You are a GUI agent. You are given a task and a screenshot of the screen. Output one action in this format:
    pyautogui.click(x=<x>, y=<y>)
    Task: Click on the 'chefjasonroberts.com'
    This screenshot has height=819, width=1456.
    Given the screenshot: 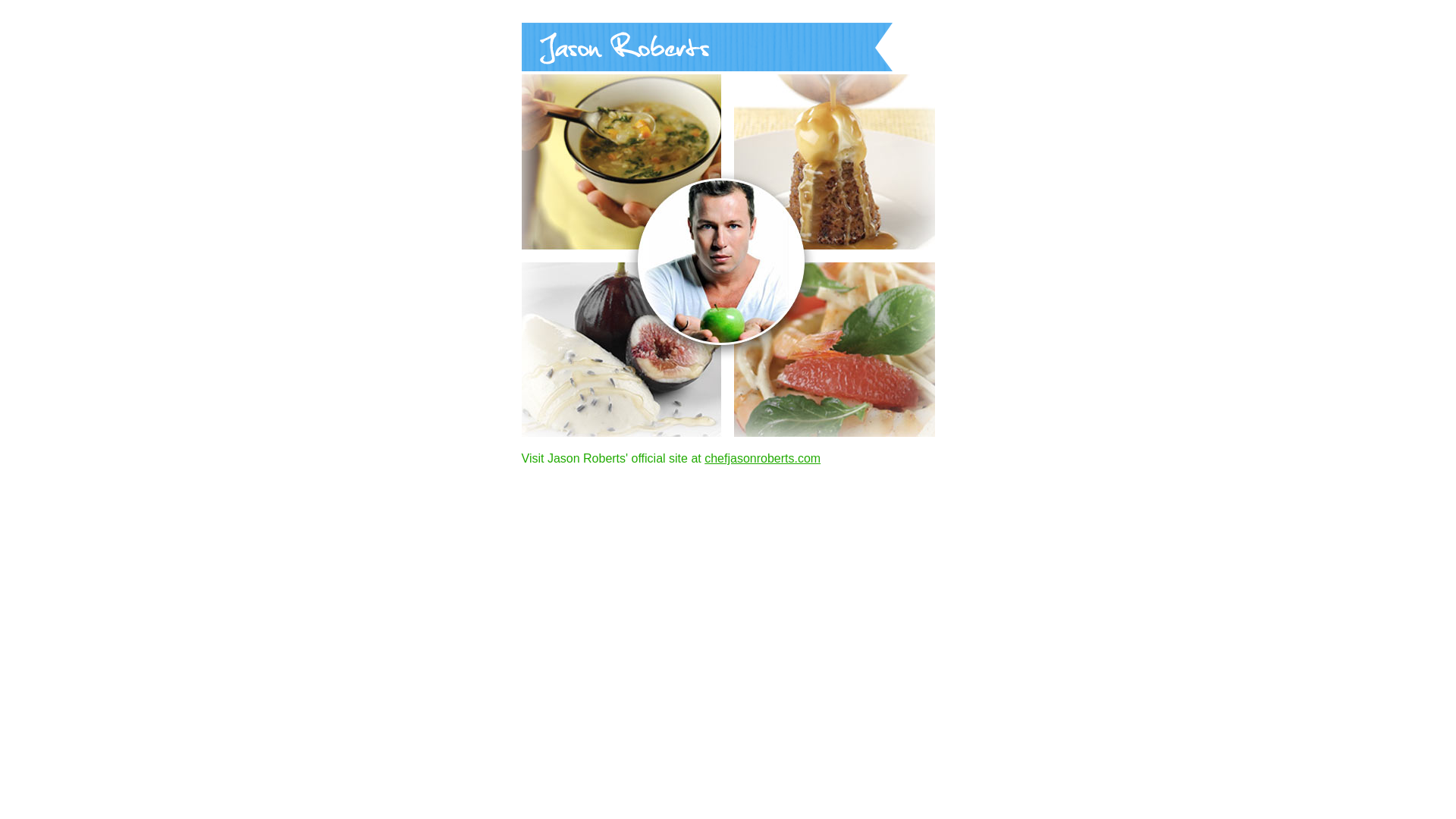 What is the action you would take?
    pyautogui.click(x=762, y=457)
    